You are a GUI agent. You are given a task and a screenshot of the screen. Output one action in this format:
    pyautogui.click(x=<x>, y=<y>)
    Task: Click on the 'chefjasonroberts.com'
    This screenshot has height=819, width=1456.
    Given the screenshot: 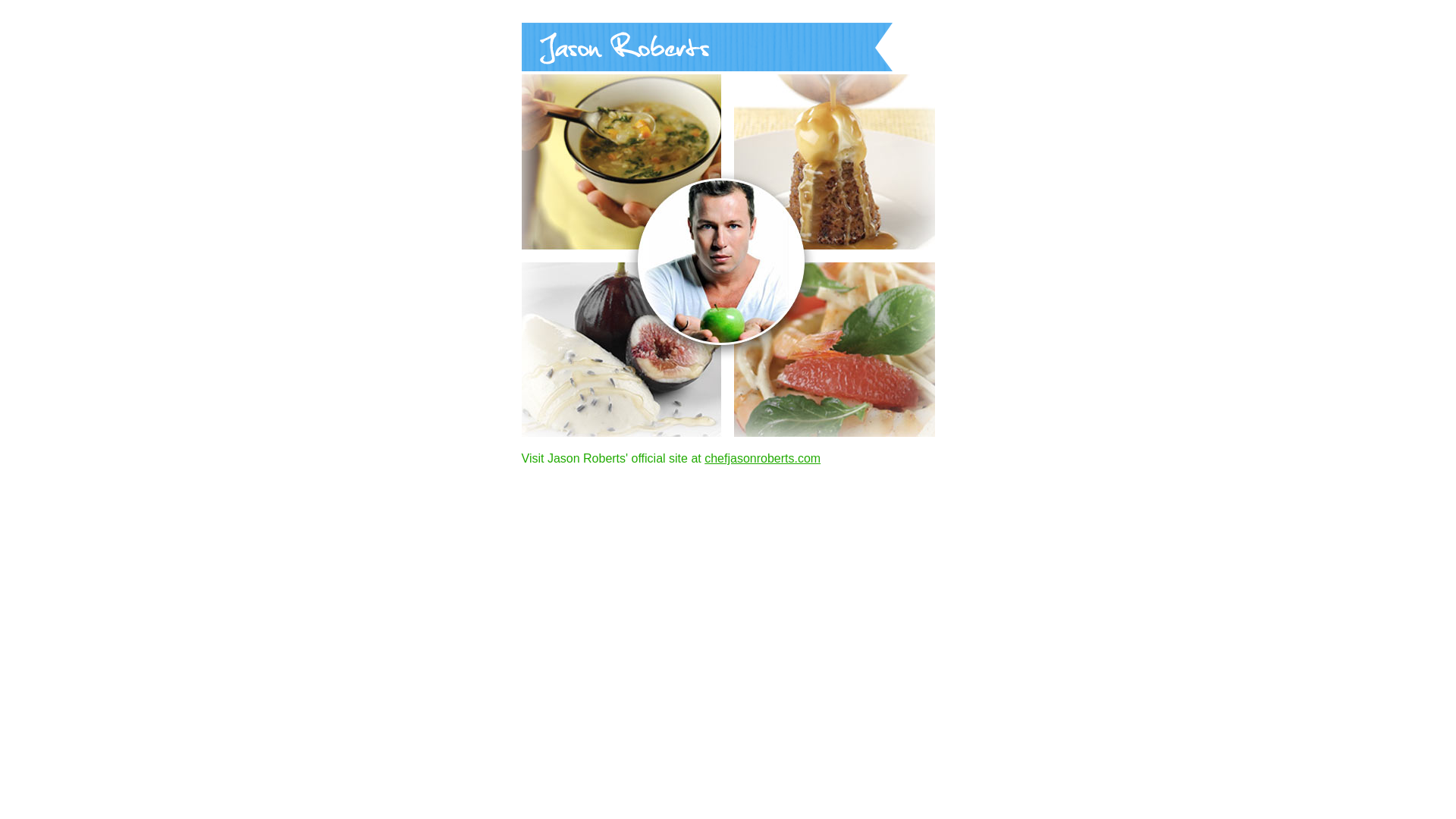 What is the action you would take?
    pyautogui.click(x=762, y=457)
    